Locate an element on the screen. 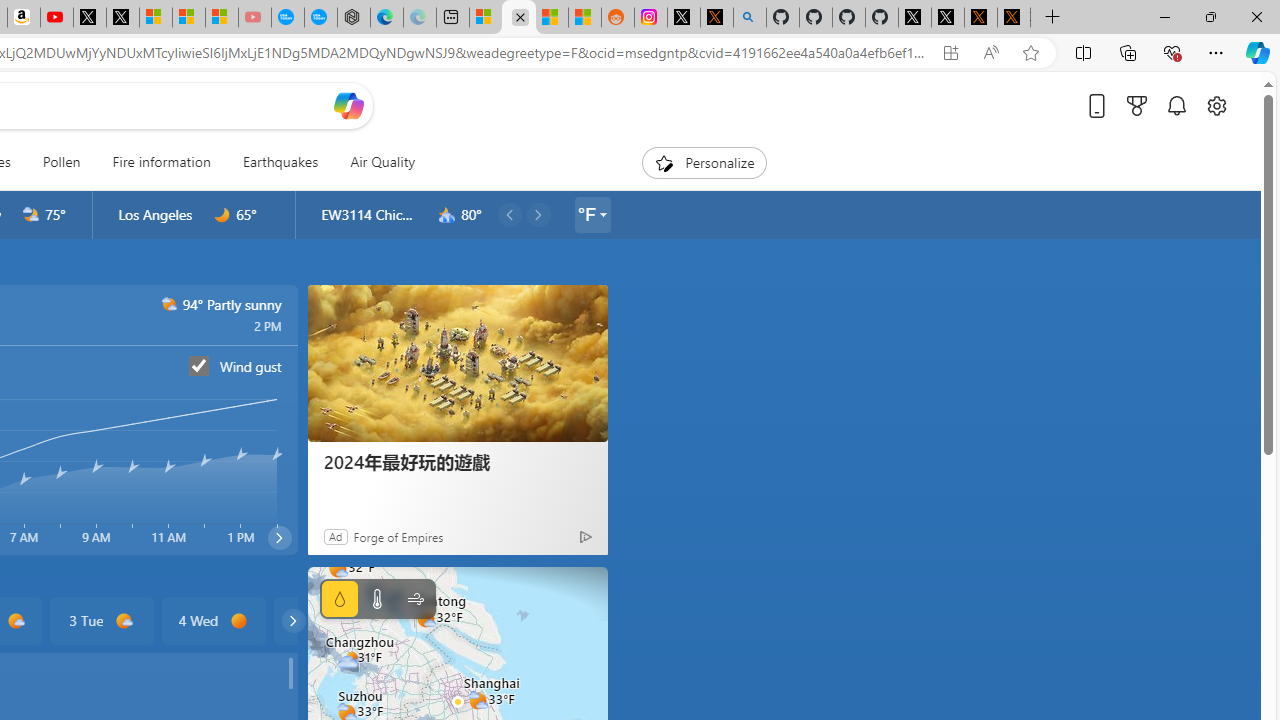 The width and height of the screenshot is (1280, 720). 'github - Search' is located at coordinates (748, 17).